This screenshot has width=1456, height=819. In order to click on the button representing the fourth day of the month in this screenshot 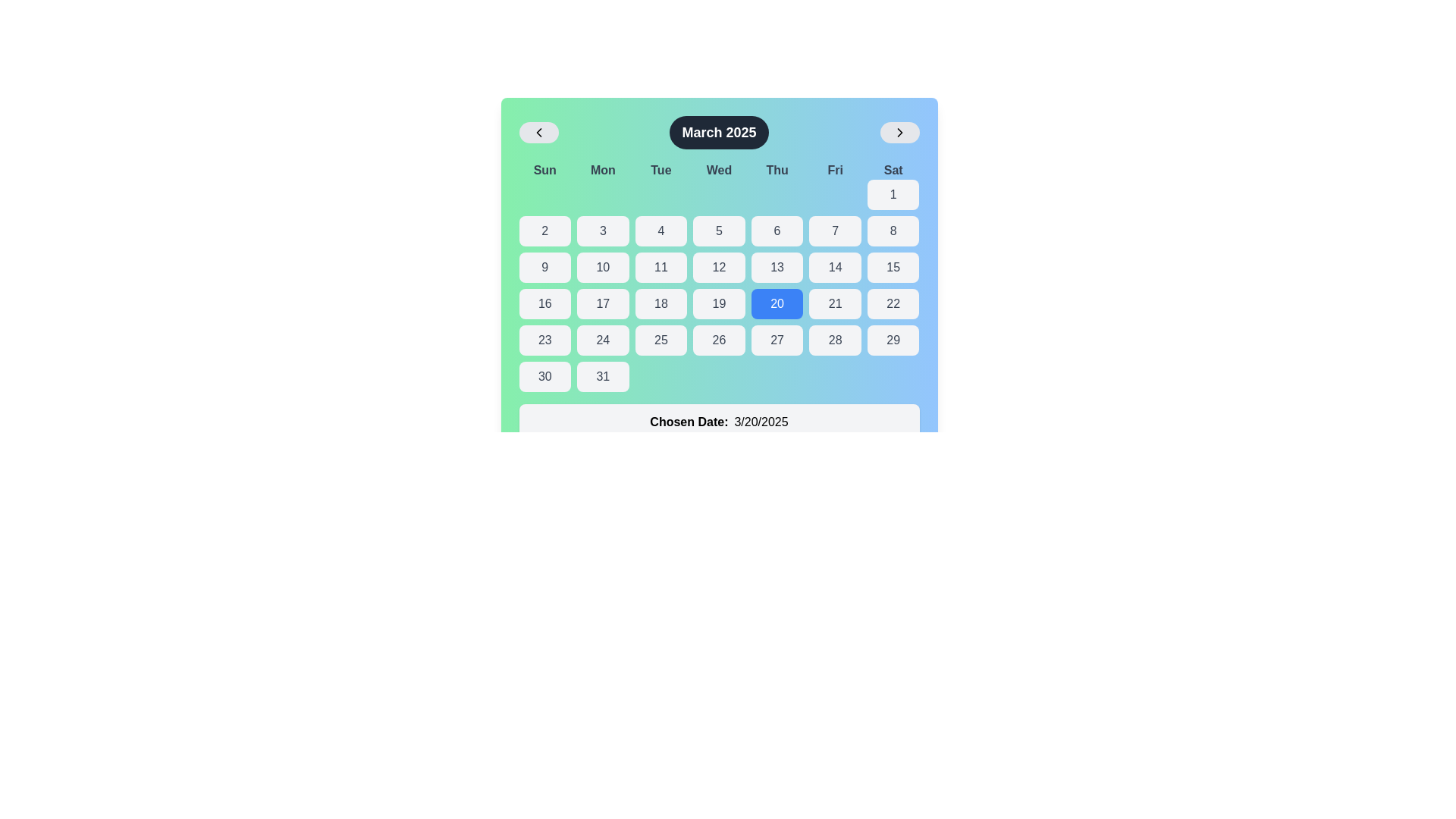, I will do `click(661, 231)`.